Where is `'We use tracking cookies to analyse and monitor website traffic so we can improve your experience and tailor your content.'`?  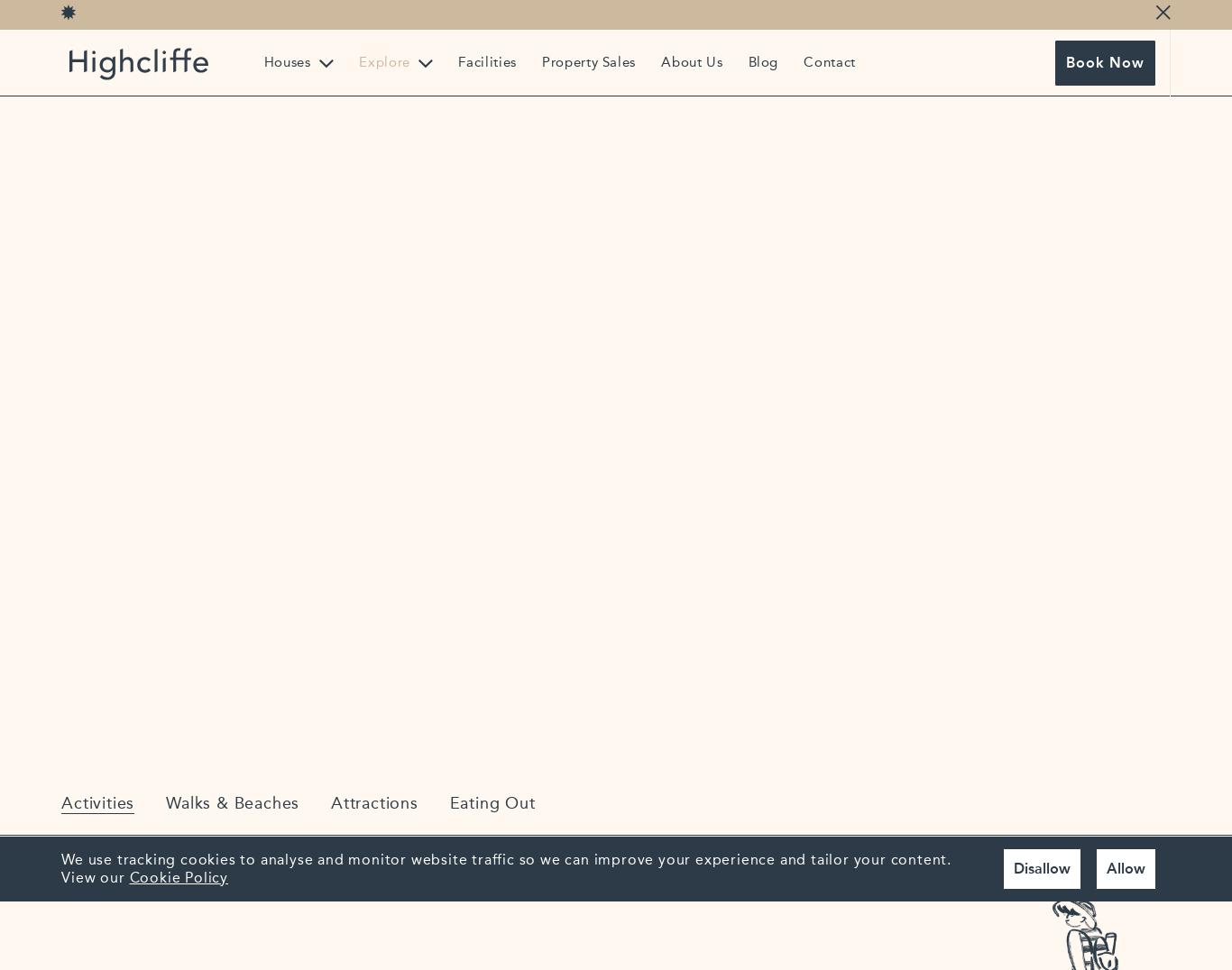 'We use tracking cookies to analyse and monitor website traffic so we can improve your experience and tailor your content.' is located at coordinates (506, 859).